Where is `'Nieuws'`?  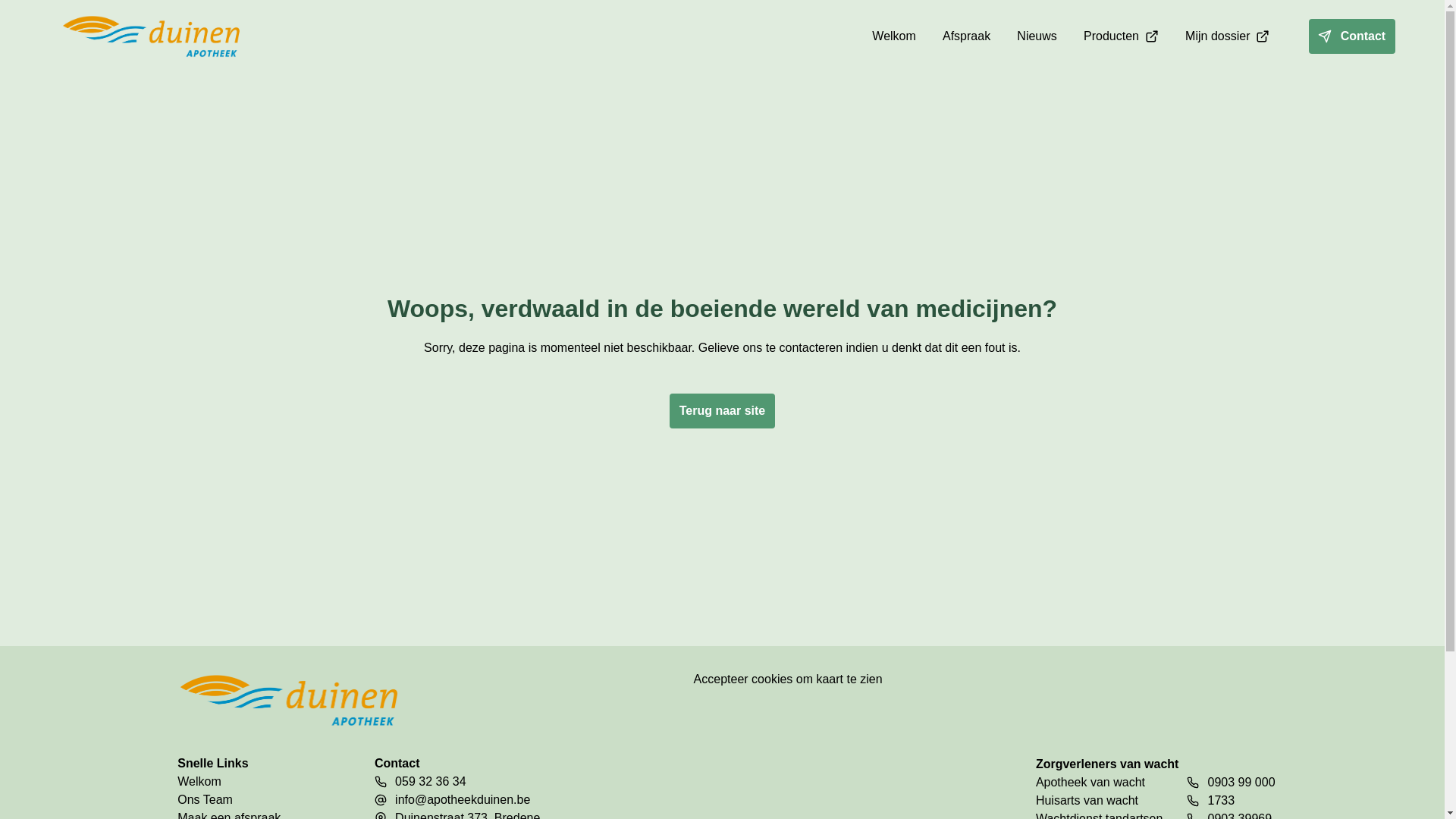 'Nieuws' is located at coordinates (1036, 35).